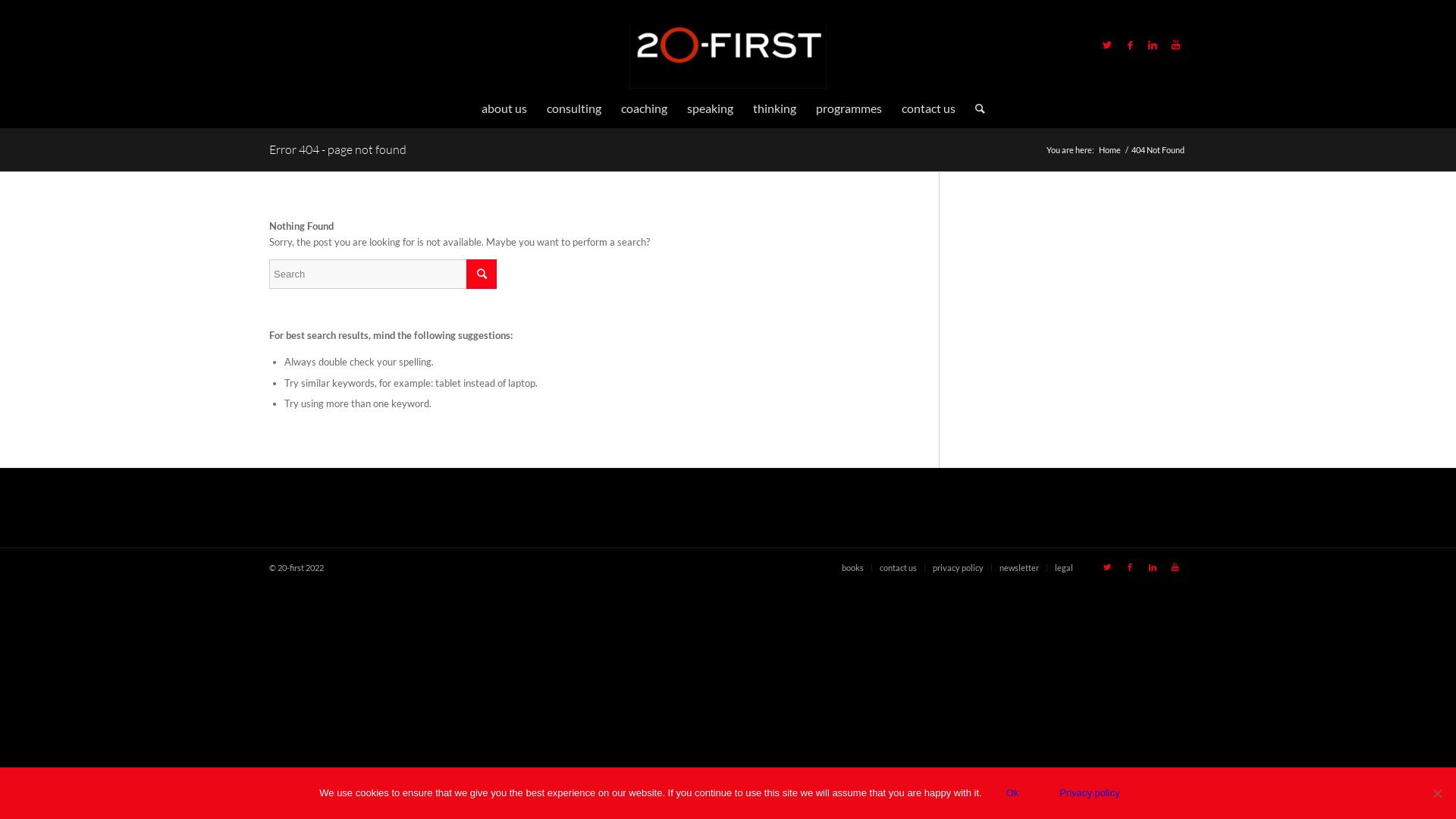 The width and height of the screenshot is (1456, 819). Describe the element at coordinates (644, 107) in the screenshot. I see `'coaching'` at that location.